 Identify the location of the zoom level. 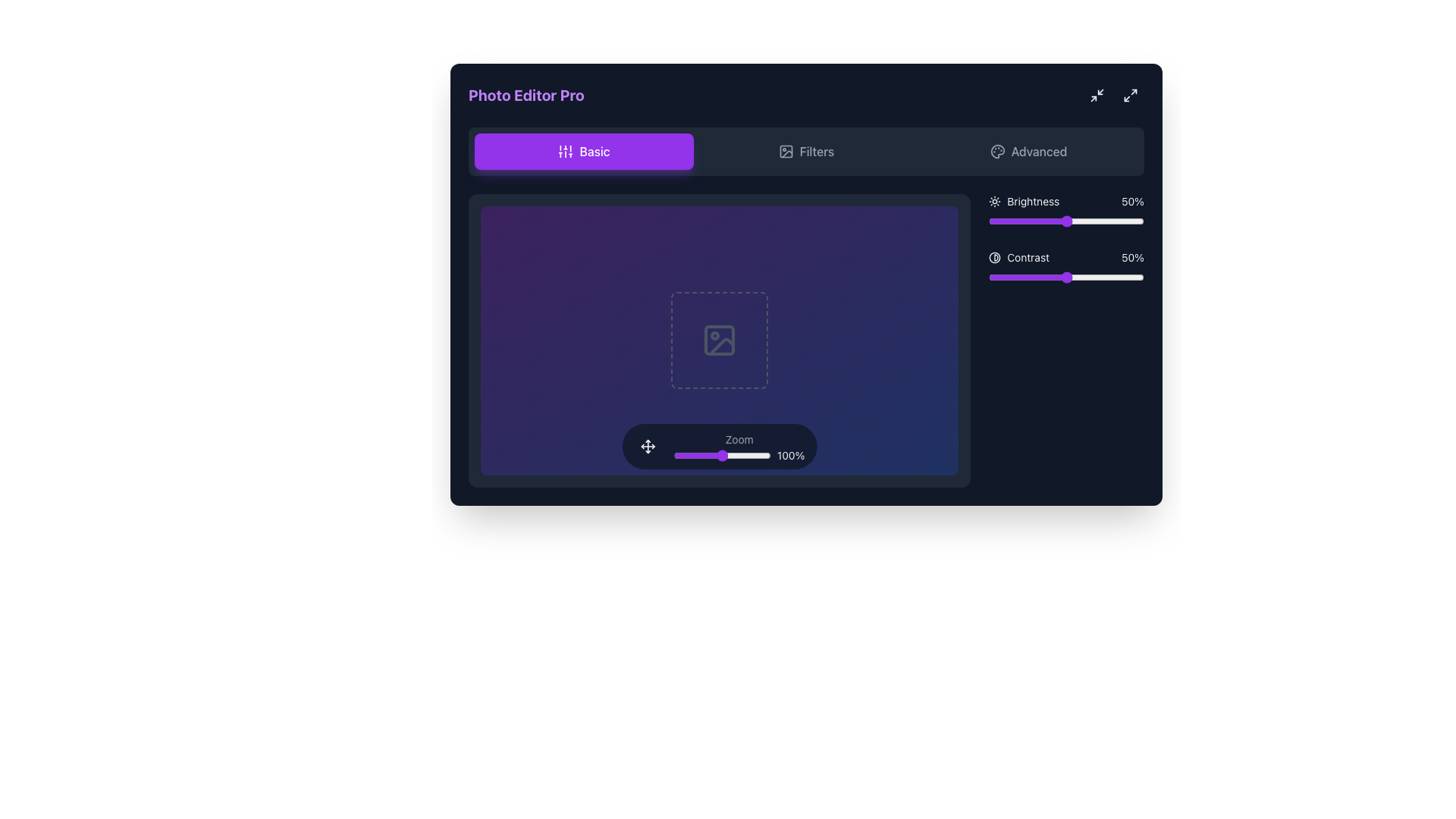
(679, 454).